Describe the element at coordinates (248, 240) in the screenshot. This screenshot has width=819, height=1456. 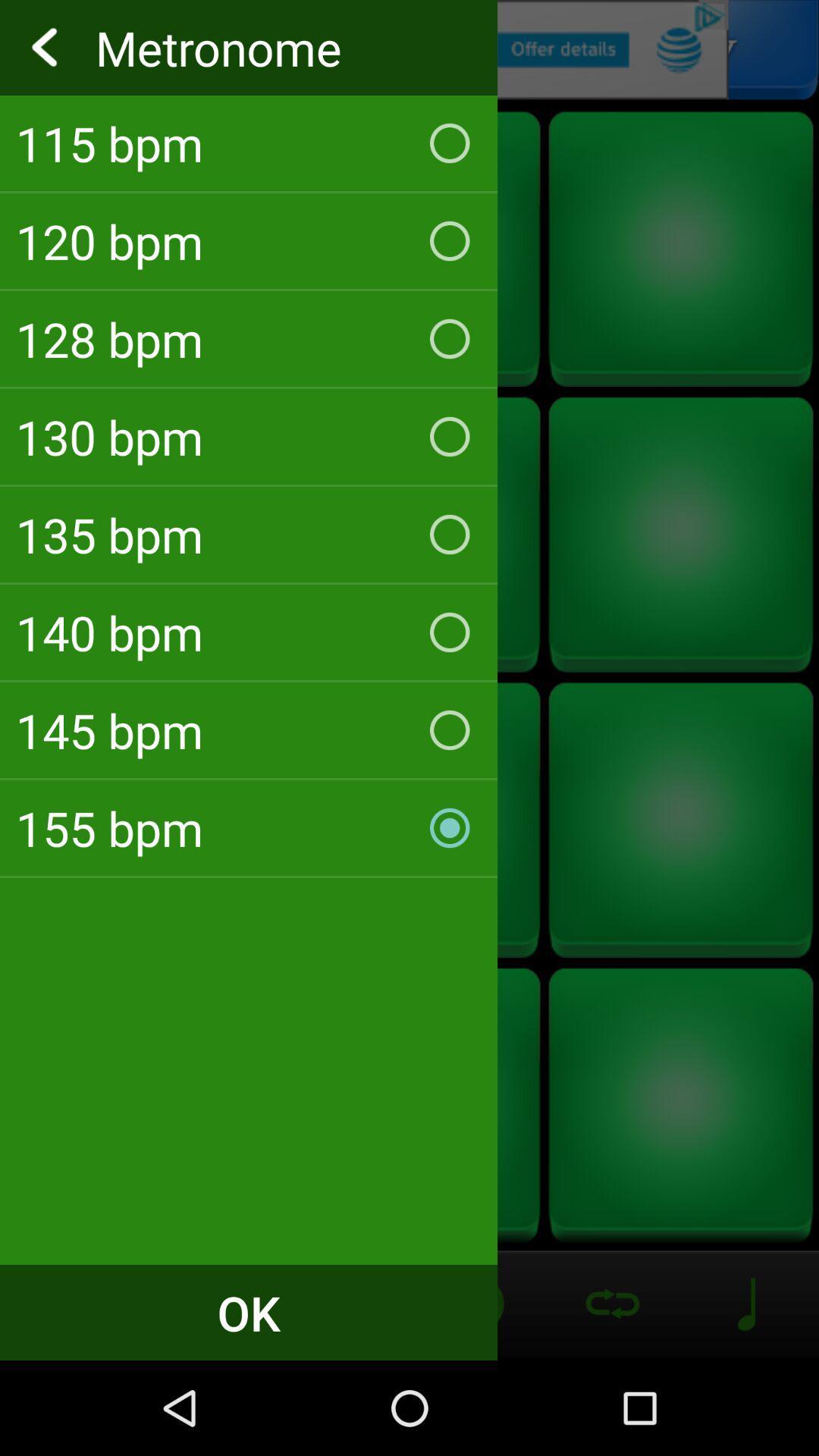
I see `icon above 128 bpm checkbox` at that location.